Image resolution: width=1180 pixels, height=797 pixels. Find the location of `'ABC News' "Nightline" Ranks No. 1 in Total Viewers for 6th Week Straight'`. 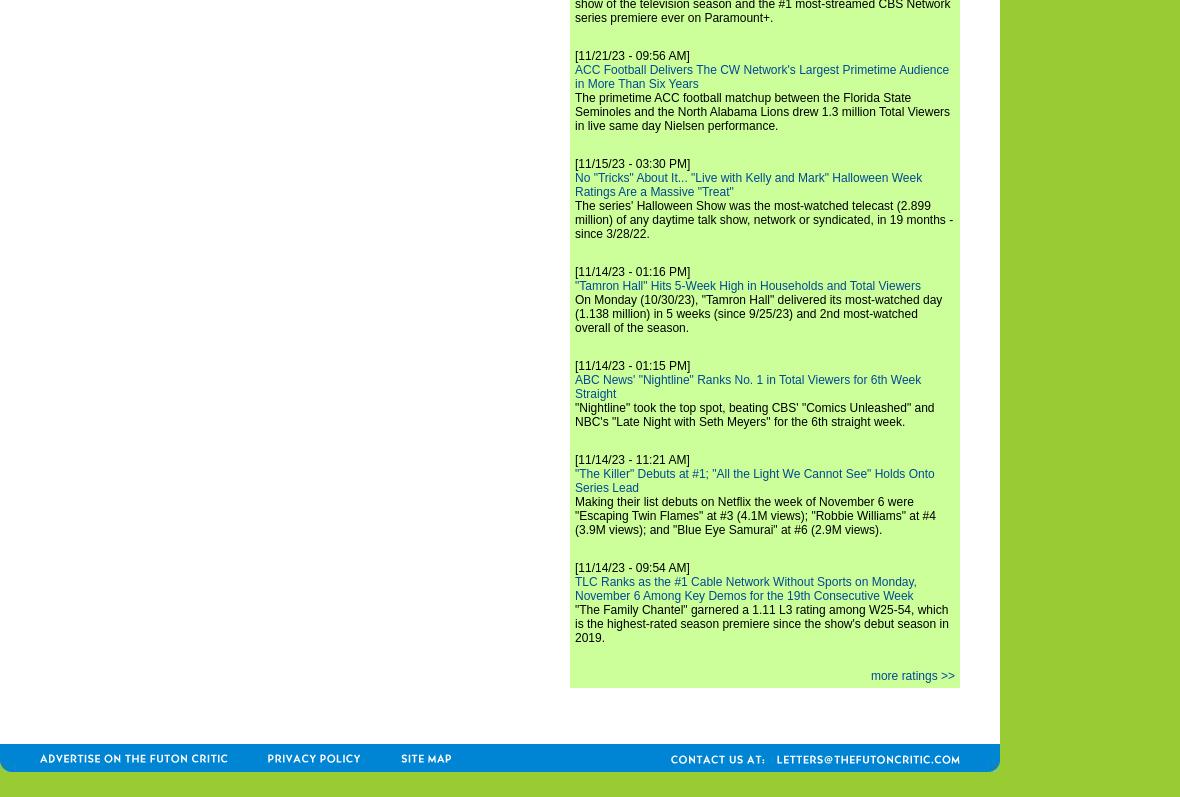

'ABC News' "Nightline" Ranks No. 1 in Total Viewers for 6th Week Straight' is located at coordinates (748, 386).